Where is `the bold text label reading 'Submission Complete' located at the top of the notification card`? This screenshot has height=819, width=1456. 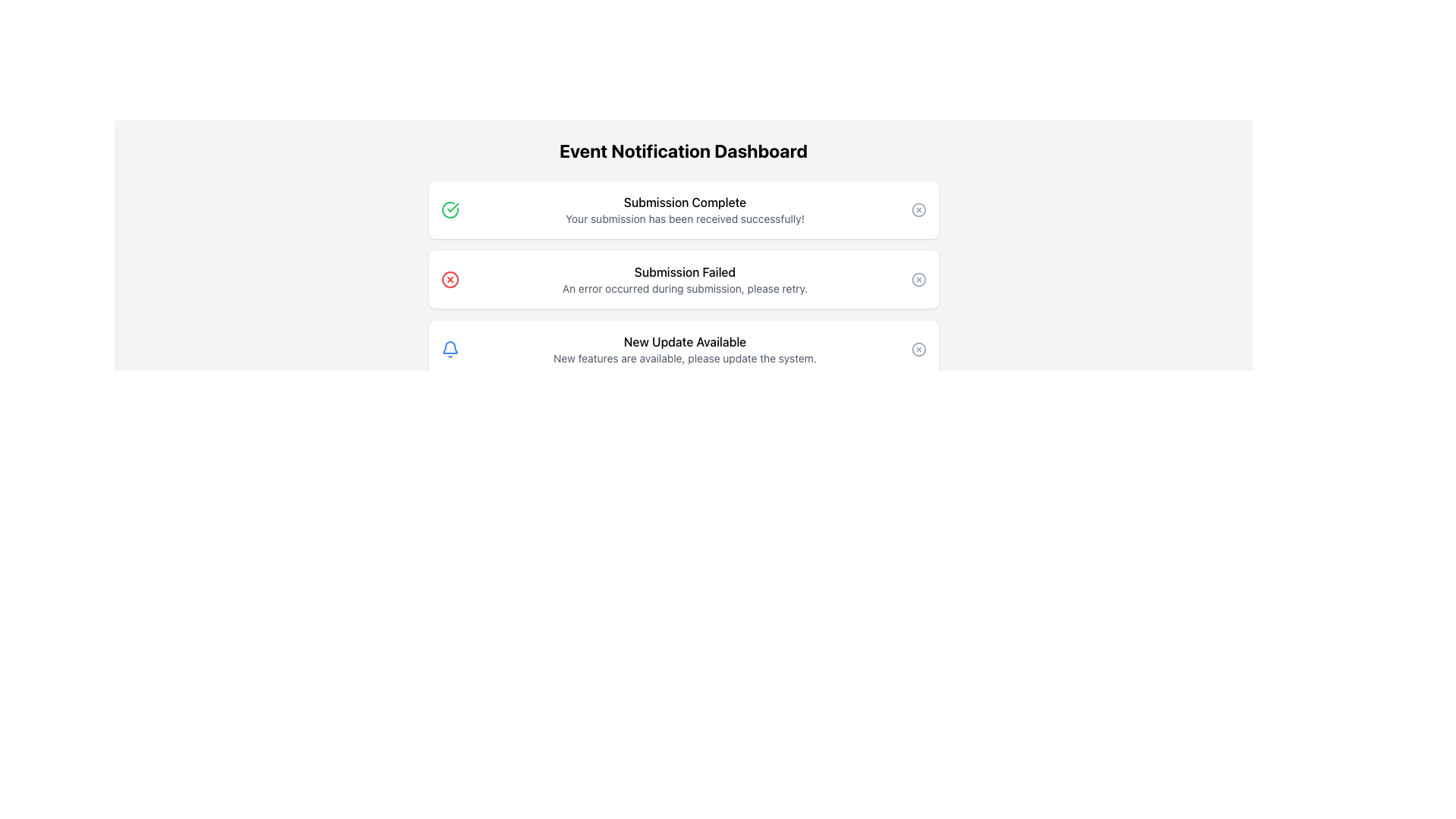
the bold text label reading 'Submission Complete' located at the top of the notification card is located at coordinates (684, 201).